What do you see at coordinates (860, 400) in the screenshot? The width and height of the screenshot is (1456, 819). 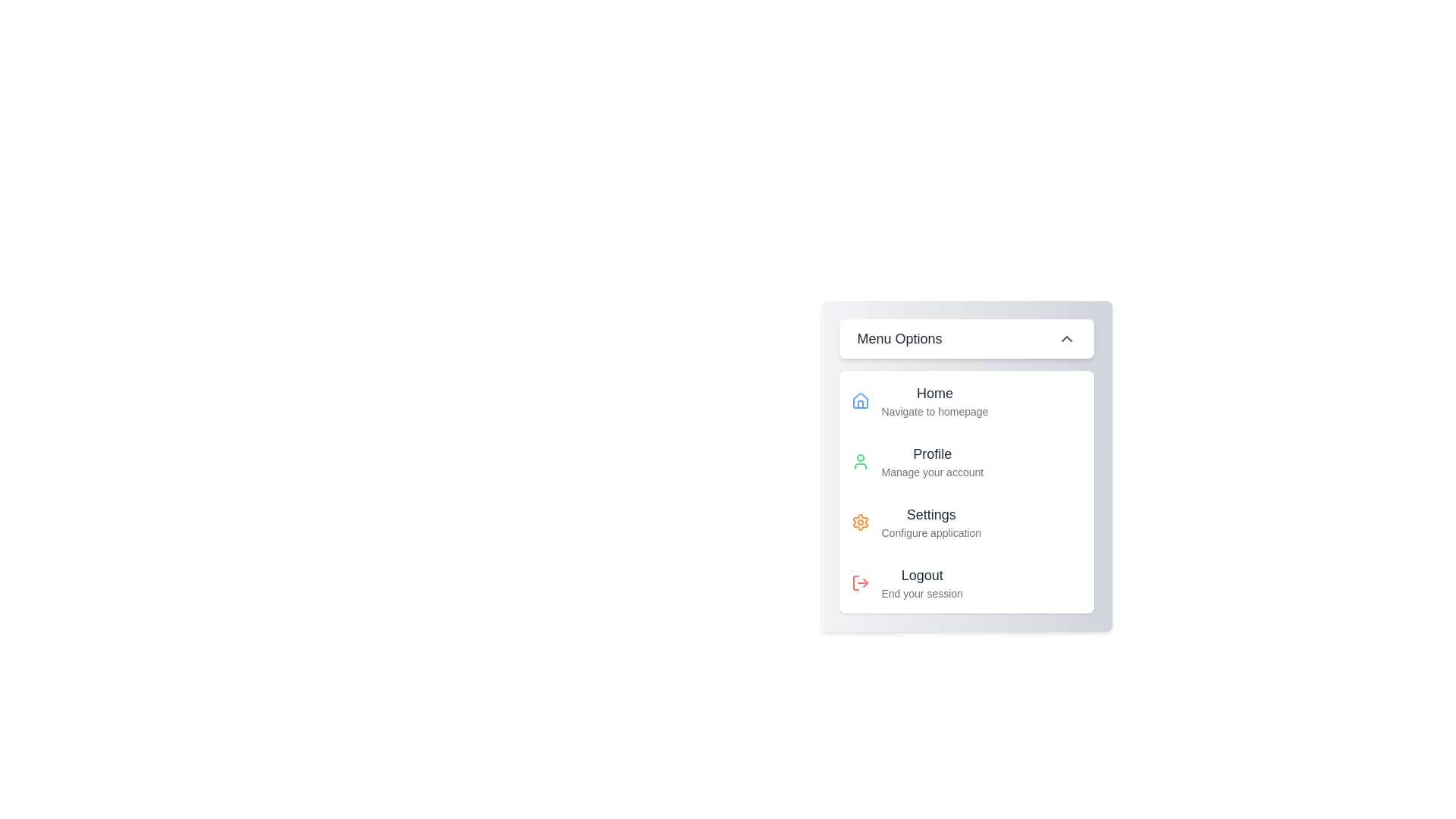 I see `the house-shaped icon, which is styled in a blue tone and located near the top of the menu interface, to the left of the 'Home' text label` at bounding box center [860, 400].